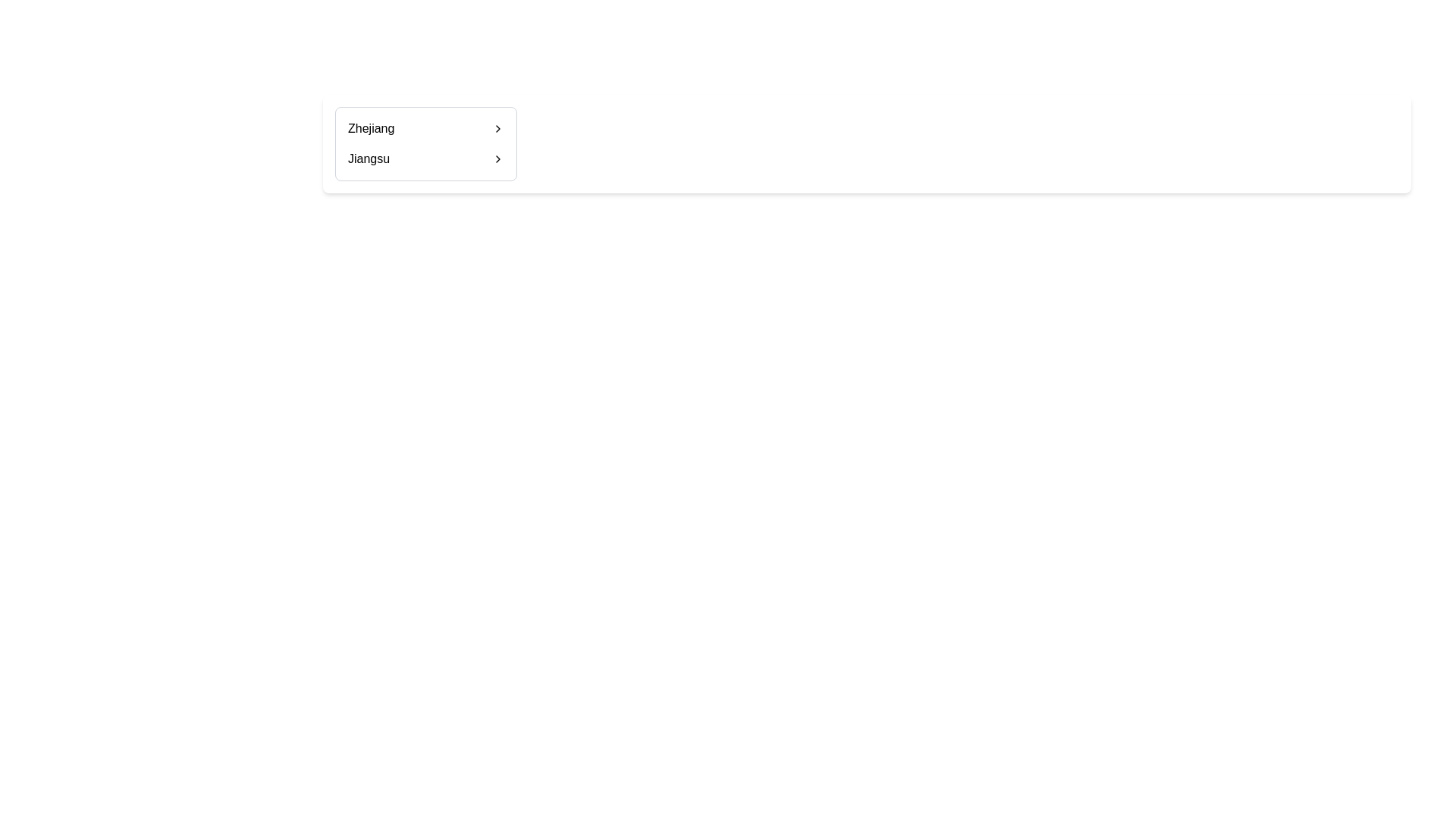 The width and height of the screenshot is (1456, 819). I want to click on the right-facing chevron icon at the end of the 'Zhejiang' text, so click(498, 127).